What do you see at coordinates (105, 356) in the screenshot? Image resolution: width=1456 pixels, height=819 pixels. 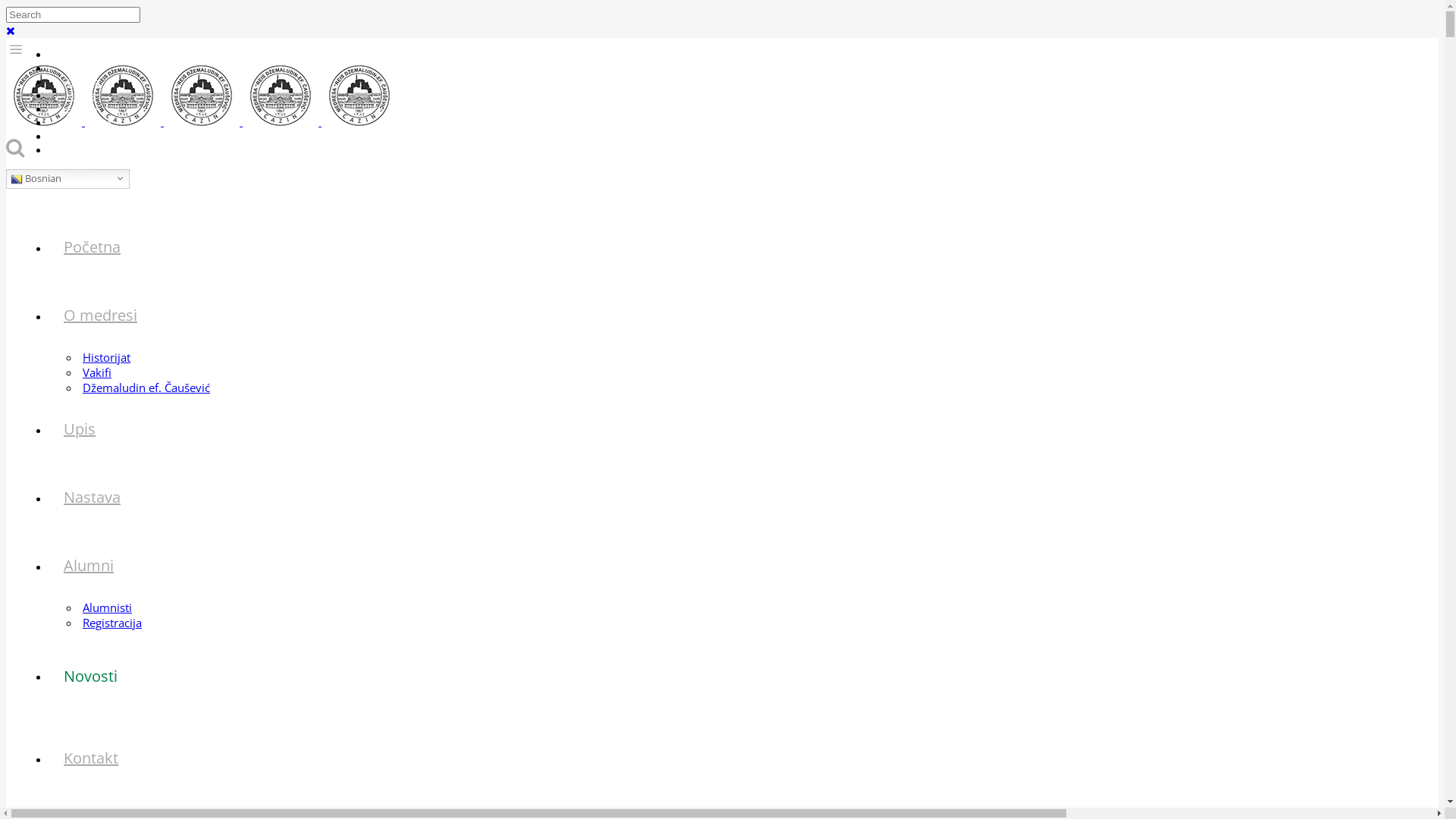 I see `'Historijat'` at bounding box center [105, 356].